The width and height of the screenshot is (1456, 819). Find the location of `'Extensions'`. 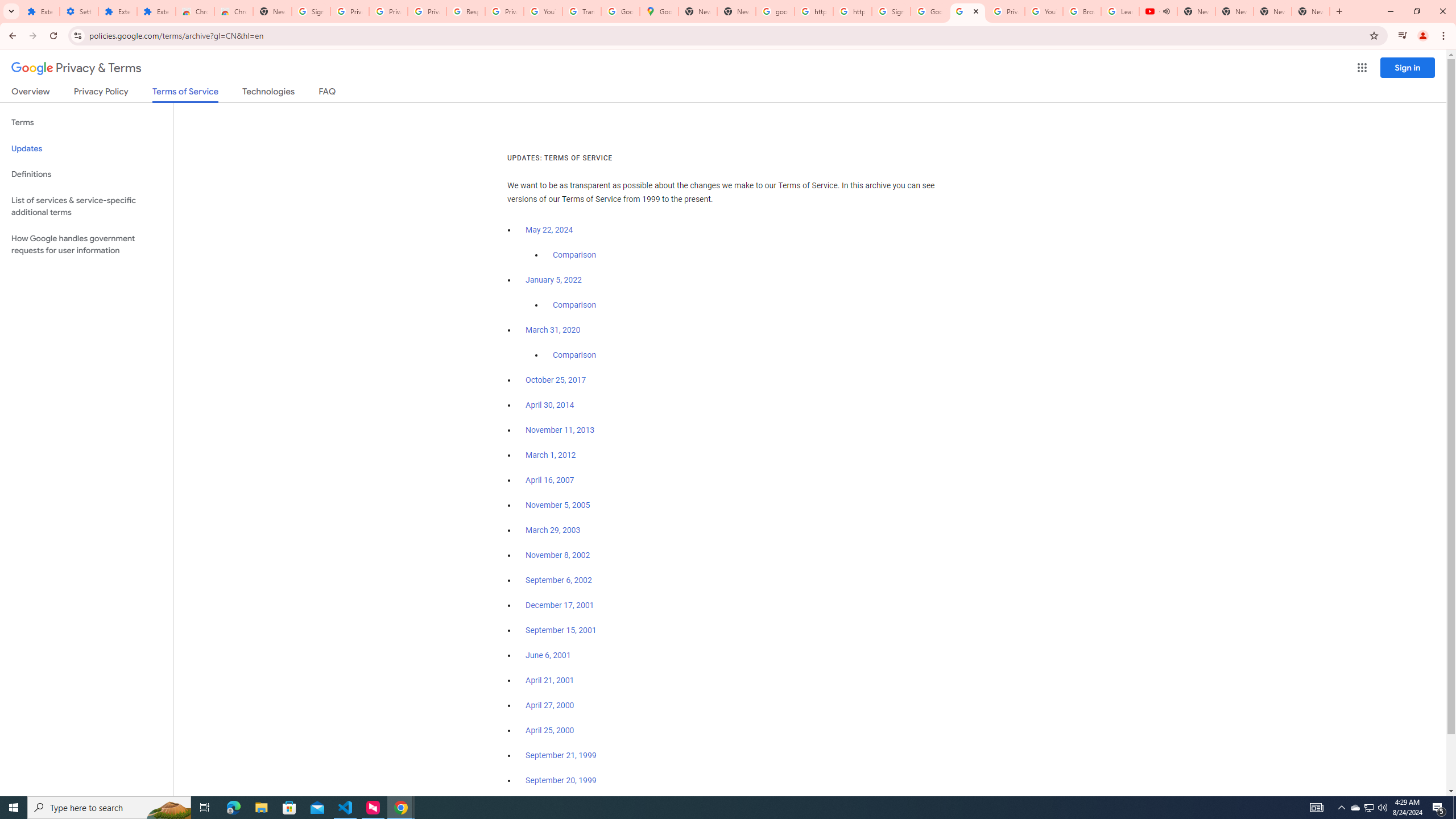

'Extensions' is located at coordinates (156, 11).